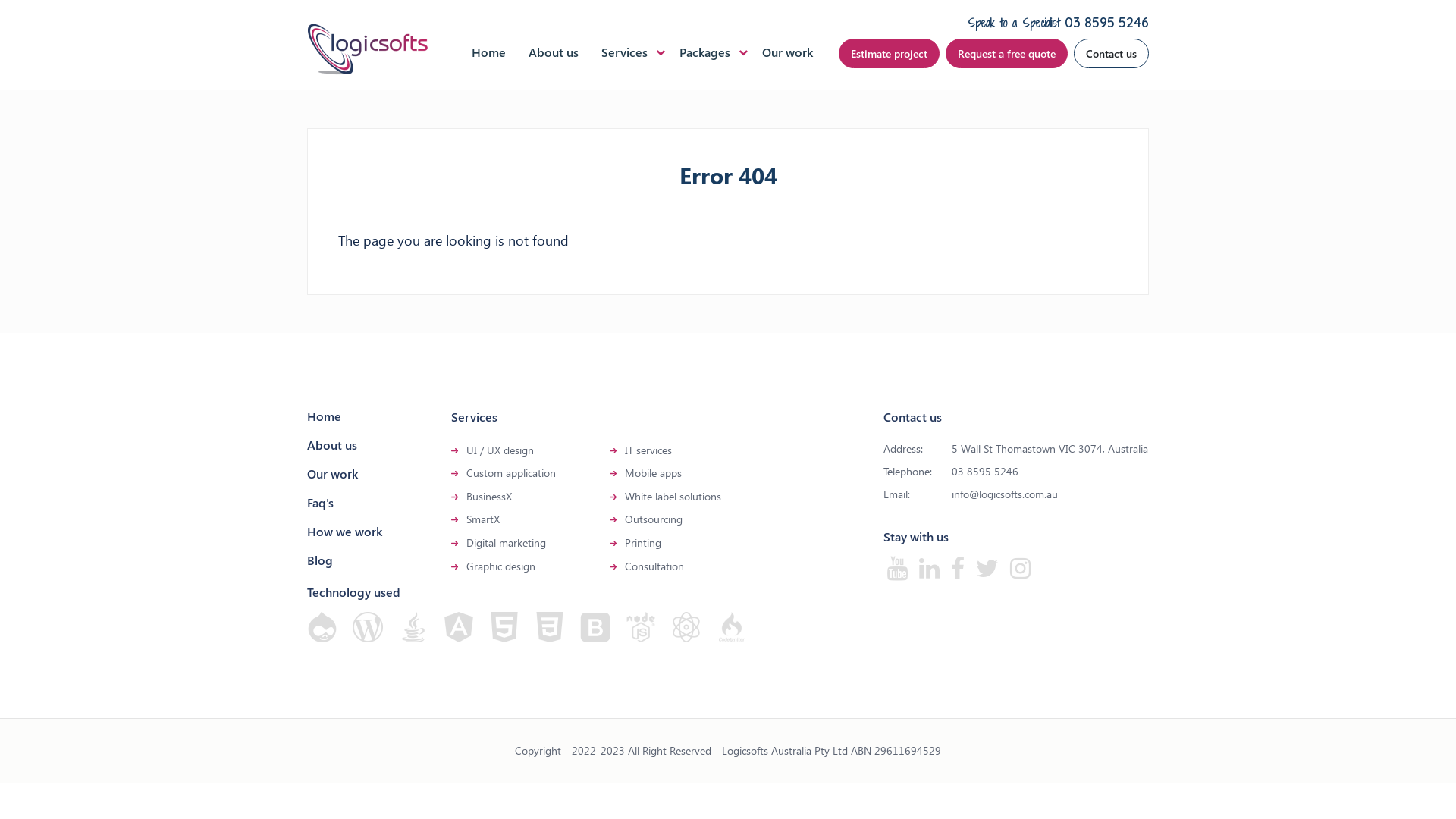 This screenshot has height=819, width=1456. What do you see at coordinates (552, 51) in the screenshot?
I see `'About us'` at bounding box center [552, 51].